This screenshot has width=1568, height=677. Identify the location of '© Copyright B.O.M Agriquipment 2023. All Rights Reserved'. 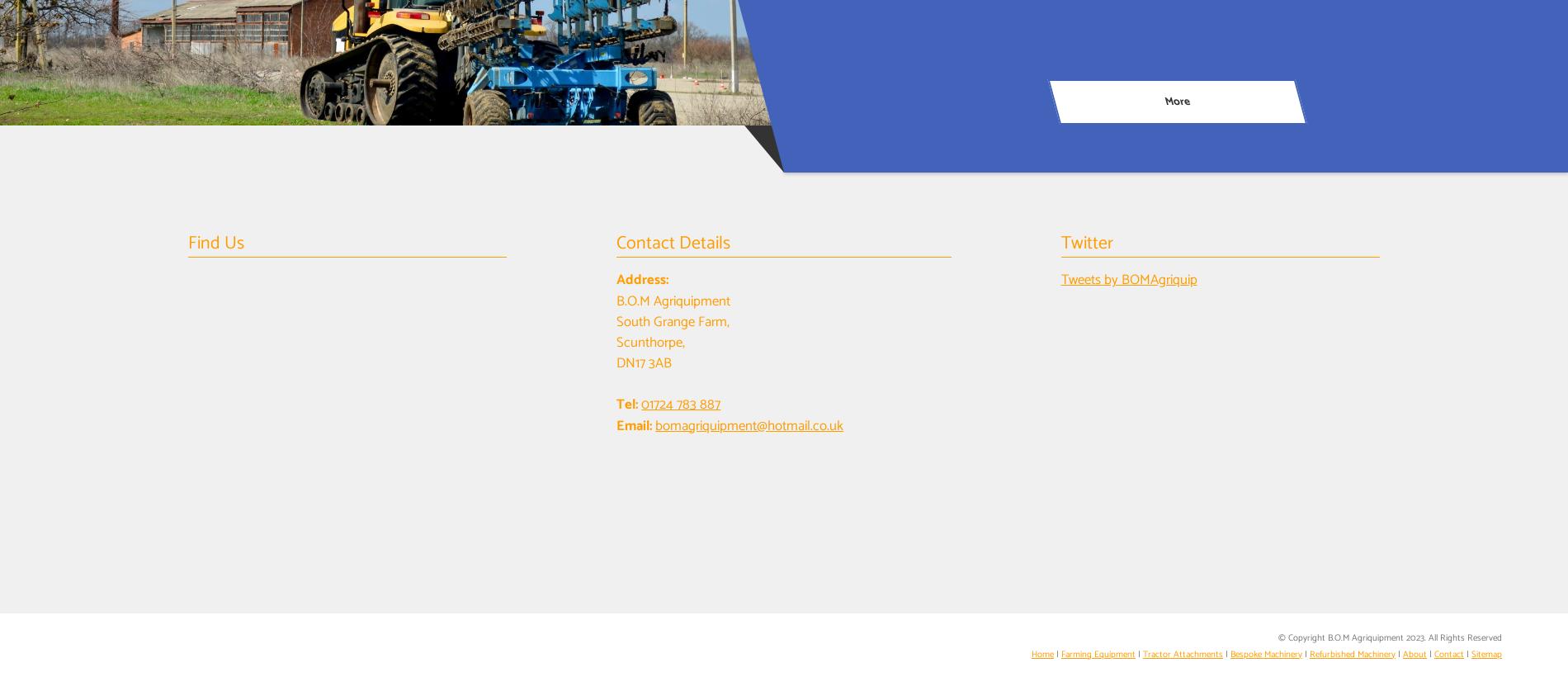
(1278, 637).